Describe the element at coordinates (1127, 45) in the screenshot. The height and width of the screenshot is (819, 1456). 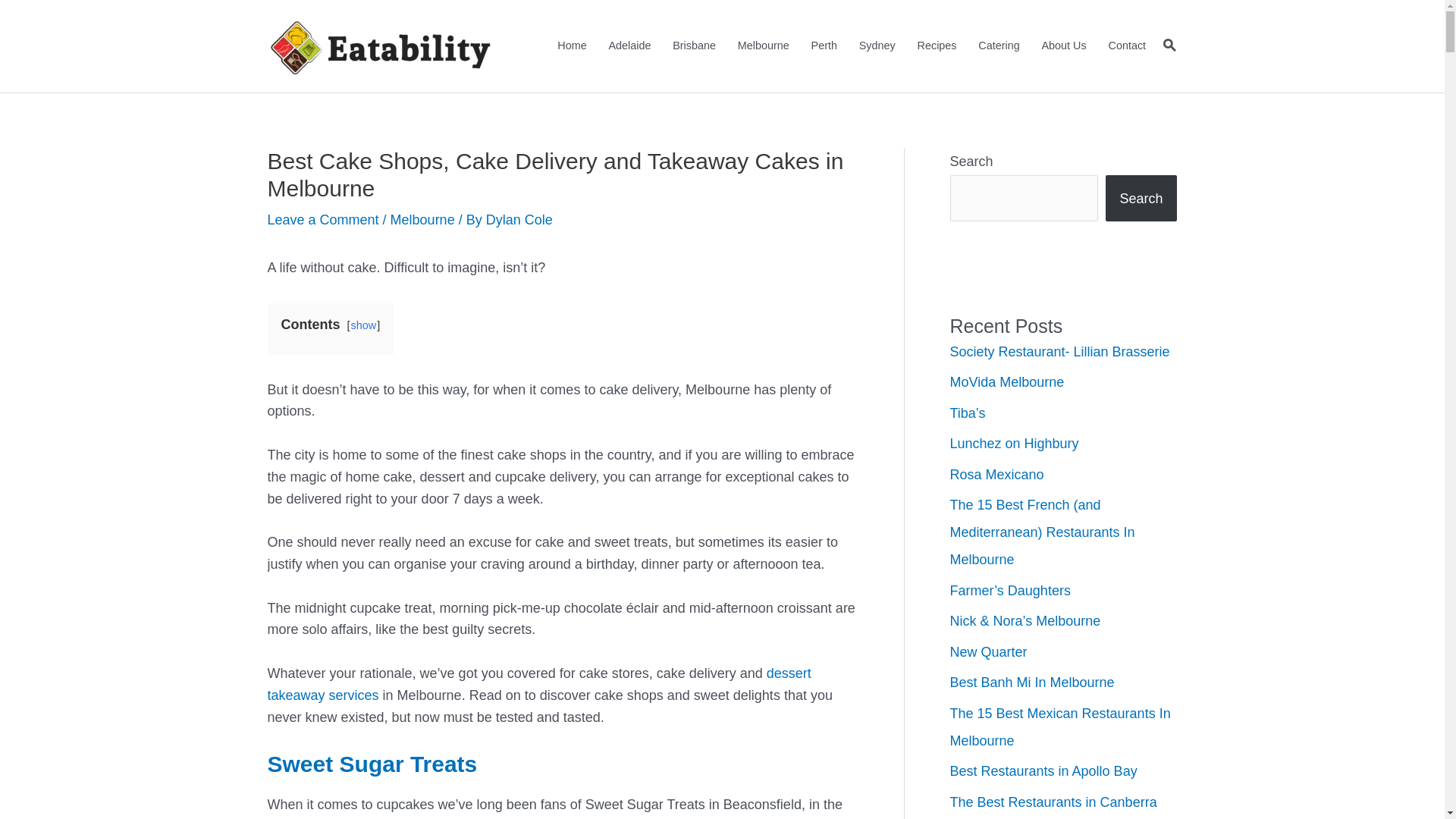
I see `'Contact'` at that location.